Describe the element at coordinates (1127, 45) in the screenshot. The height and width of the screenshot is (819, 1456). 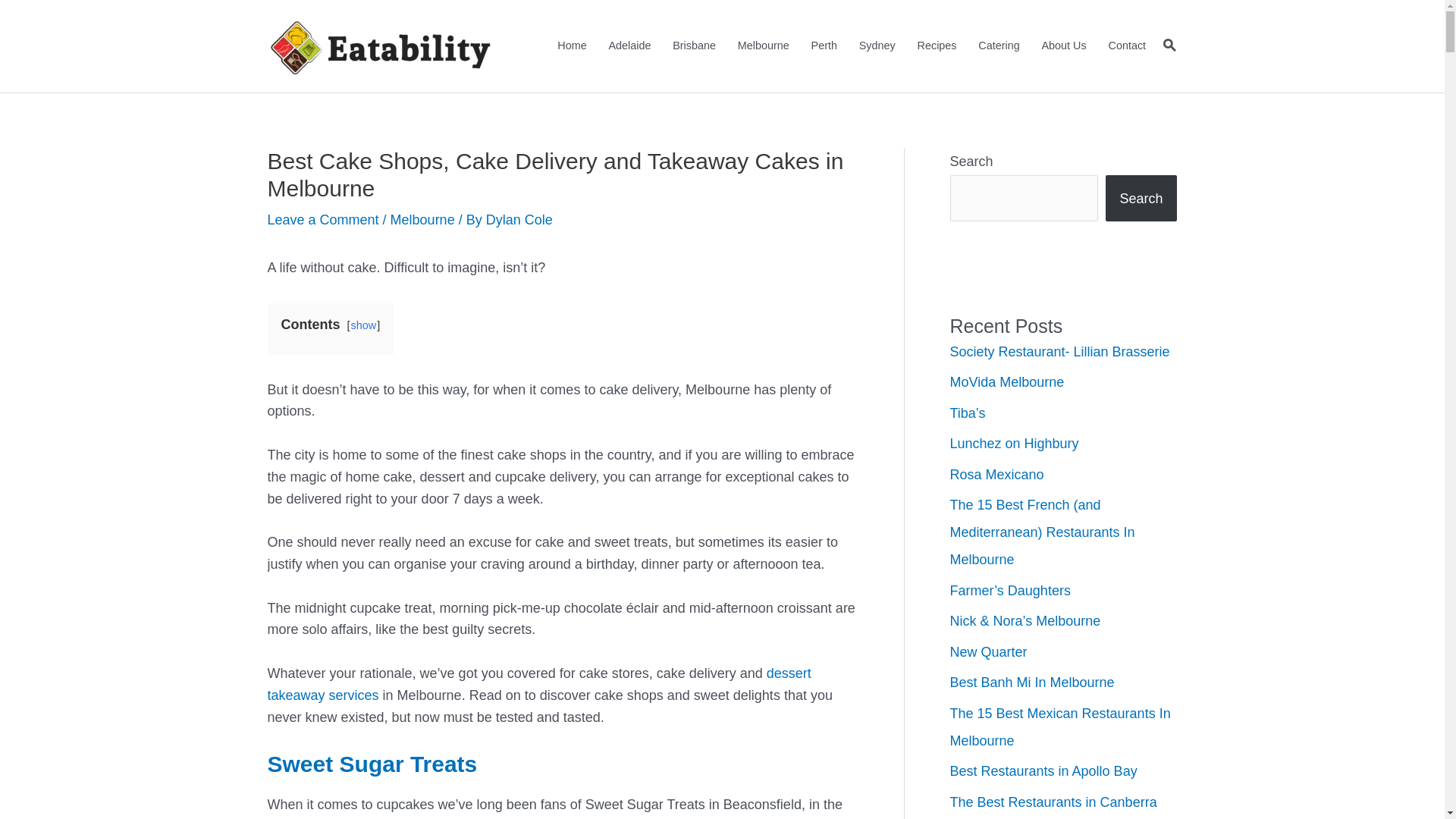
I see `'Contact'` at that location.